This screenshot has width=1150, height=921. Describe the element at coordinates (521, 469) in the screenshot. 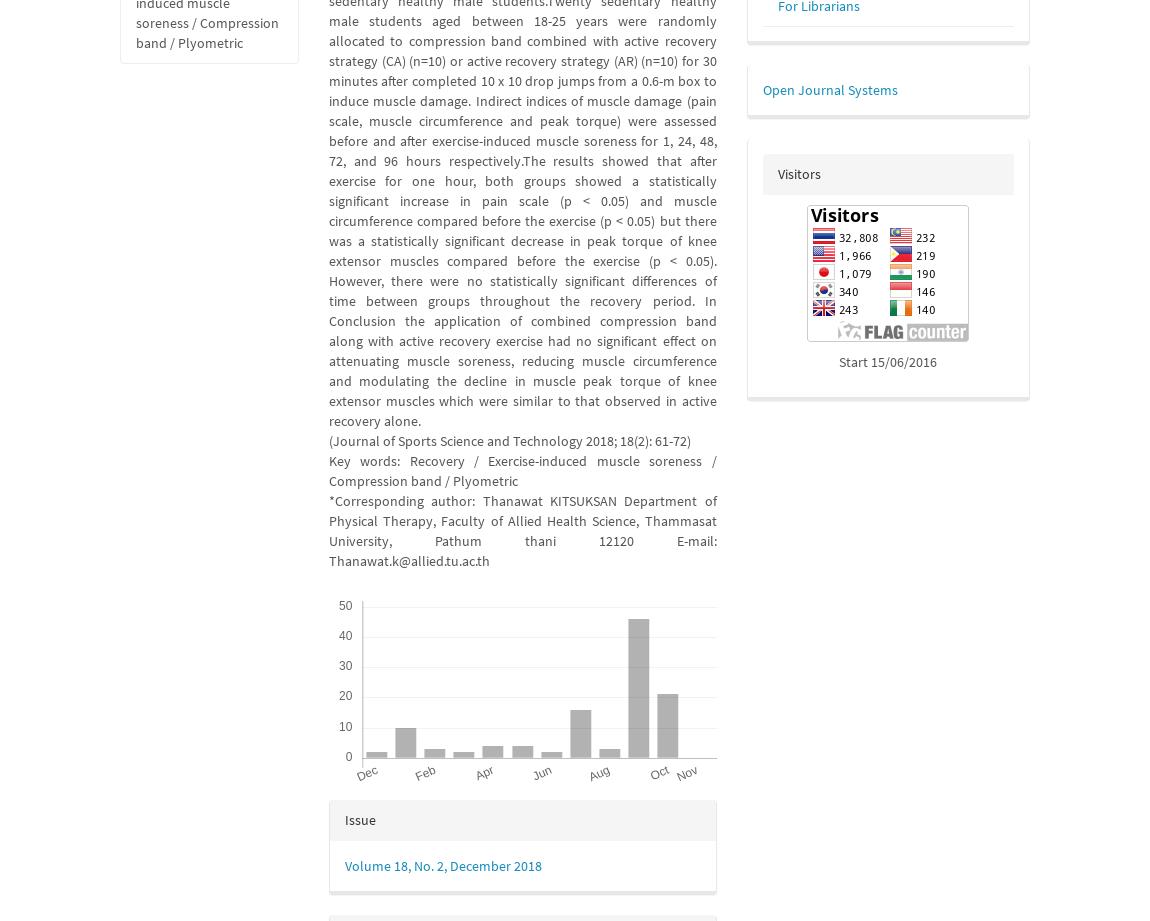

I see `'Key words: Recovery / Exercise-induced muscle soreness / Compression band / Plyometric'` at that location.